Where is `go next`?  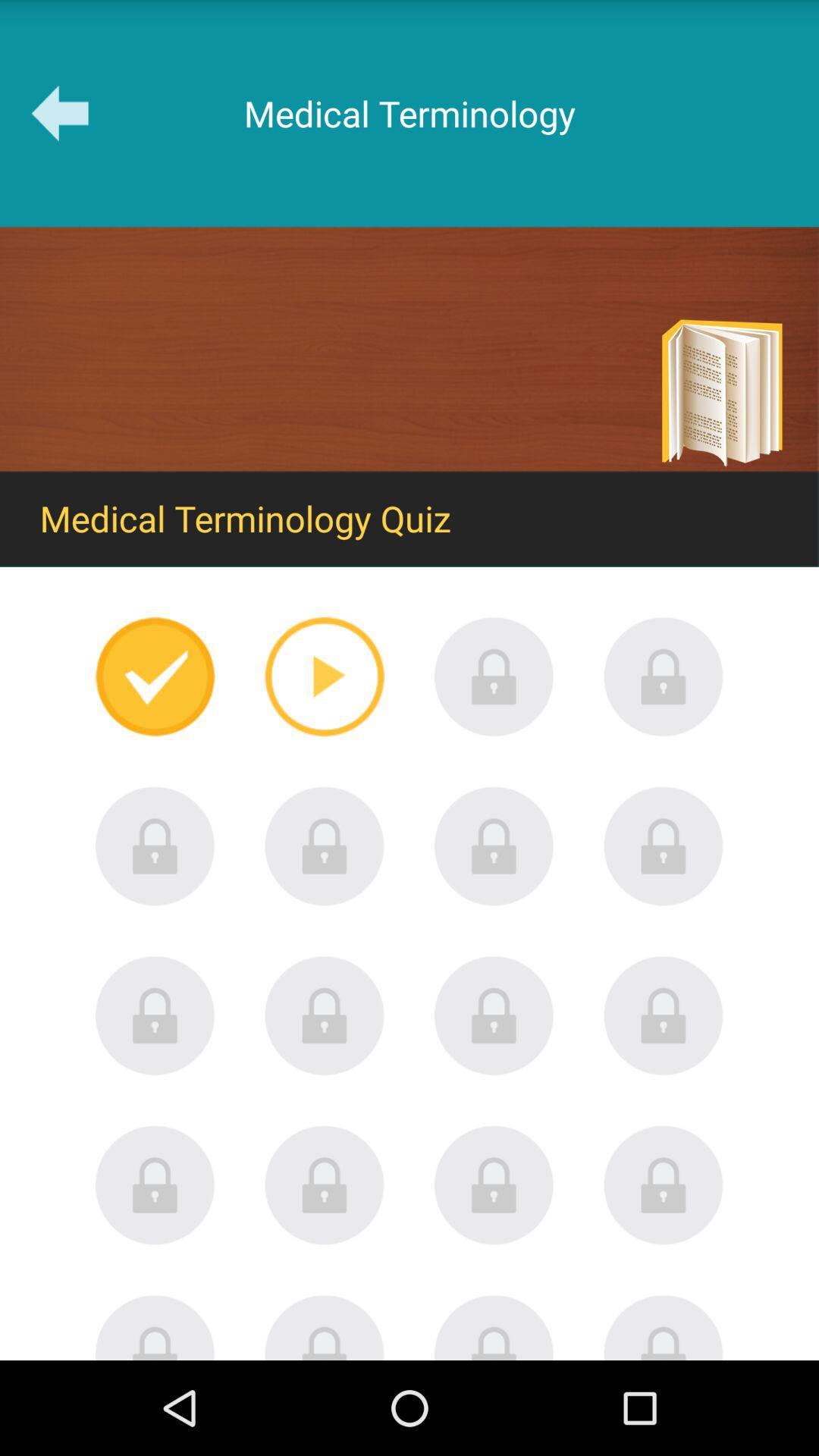 go next is located at coordinates (324, 676).